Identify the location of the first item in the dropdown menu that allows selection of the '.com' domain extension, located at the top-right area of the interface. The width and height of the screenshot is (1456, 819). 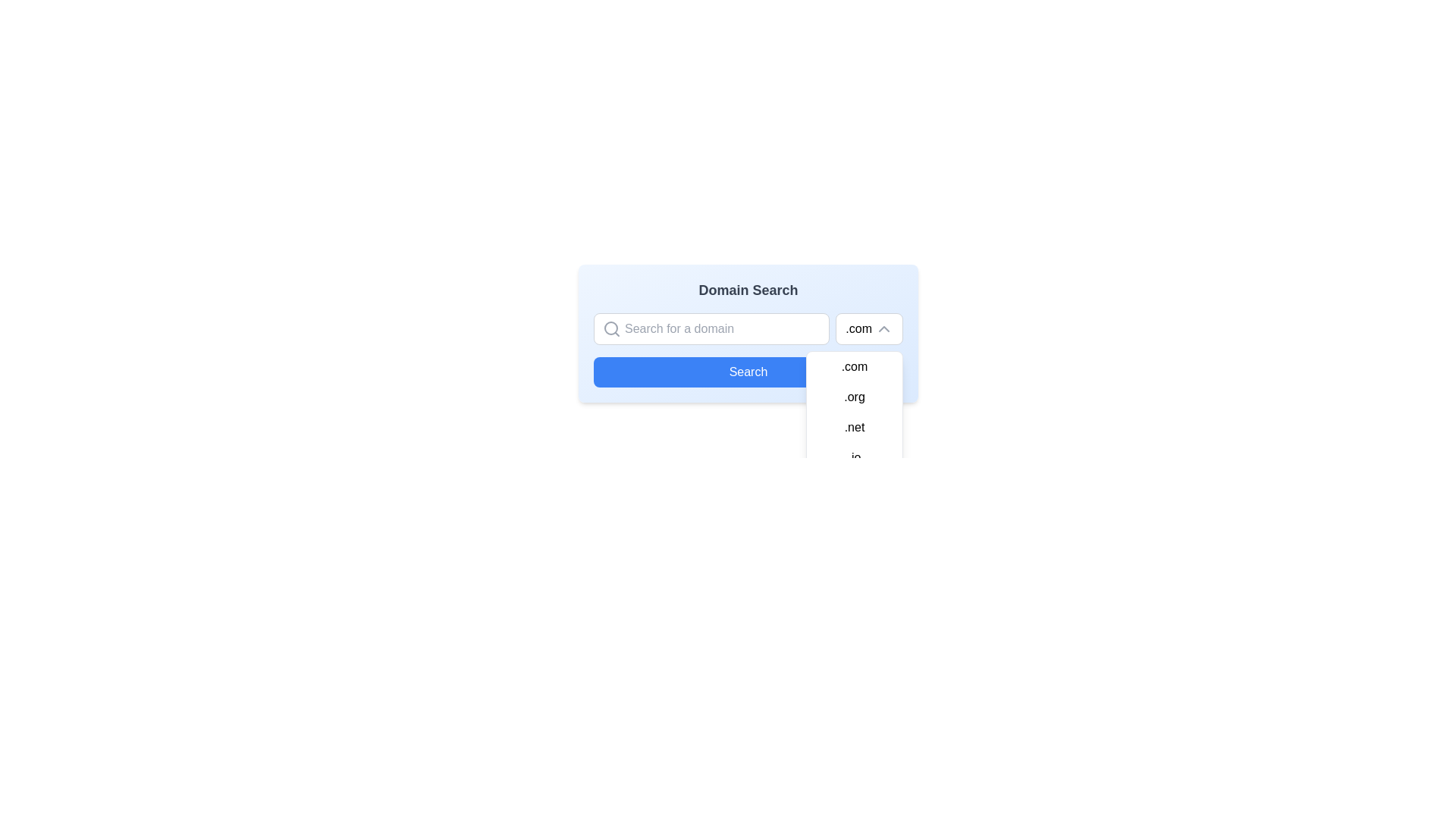
(855, 366).